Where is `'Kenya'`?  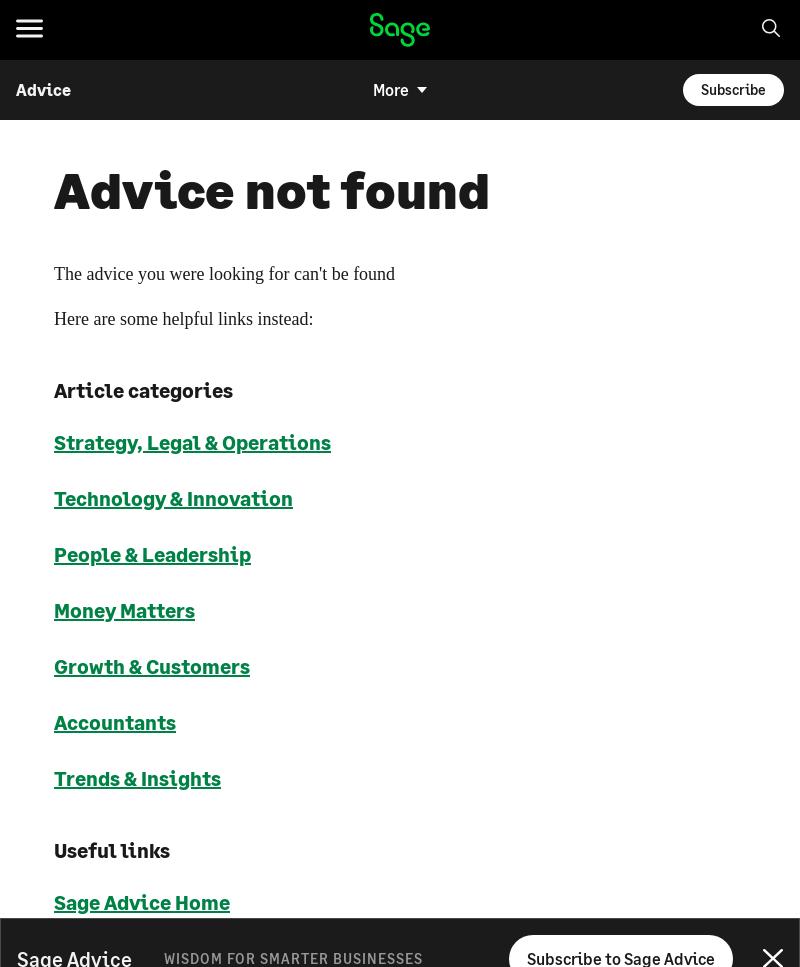
'Kenya' is located at coordinates (430, 527).